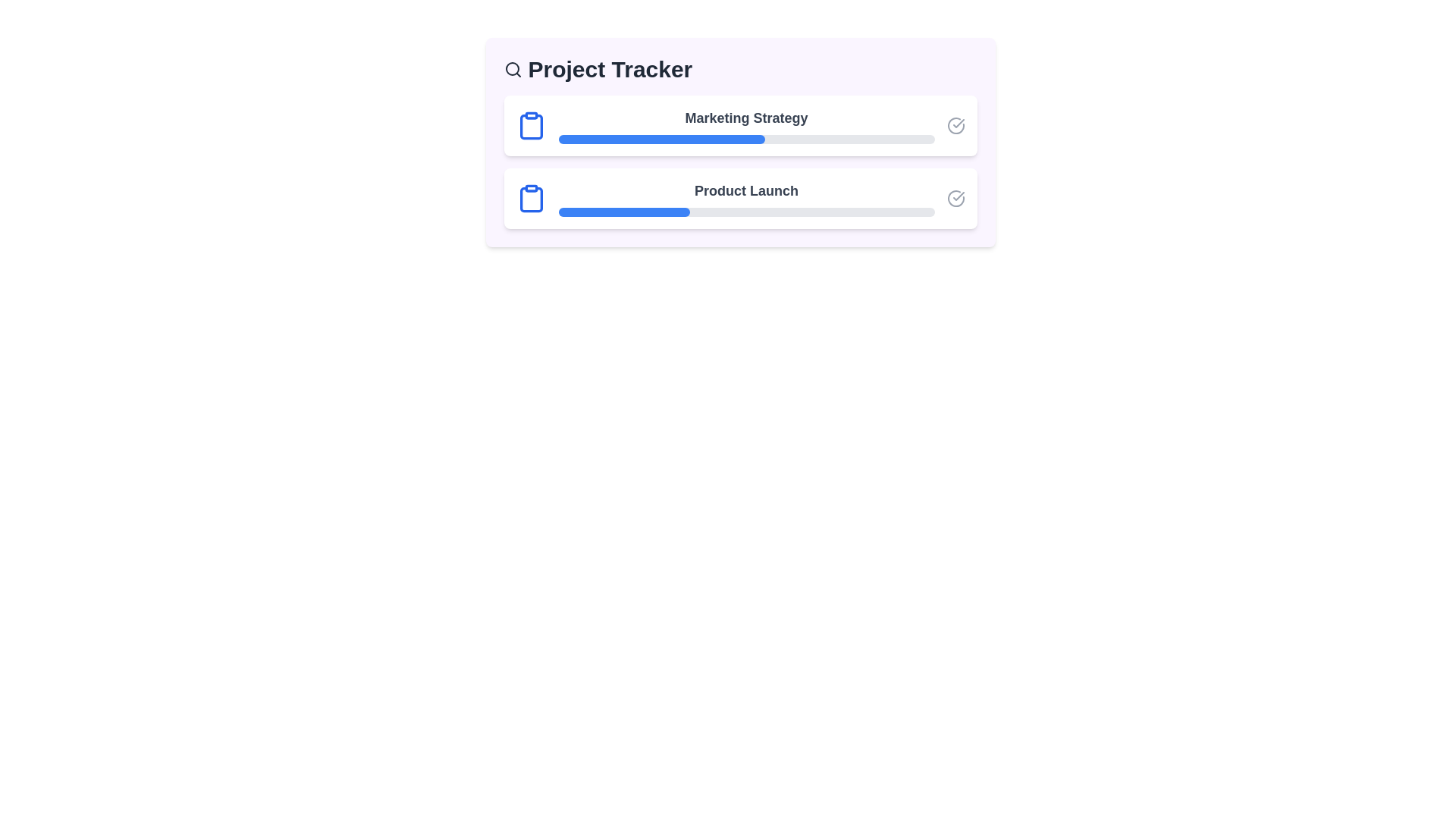  Describe the element at coordinates (740, 198) in the screenshot. I see `the project title Product Launch` at that location.